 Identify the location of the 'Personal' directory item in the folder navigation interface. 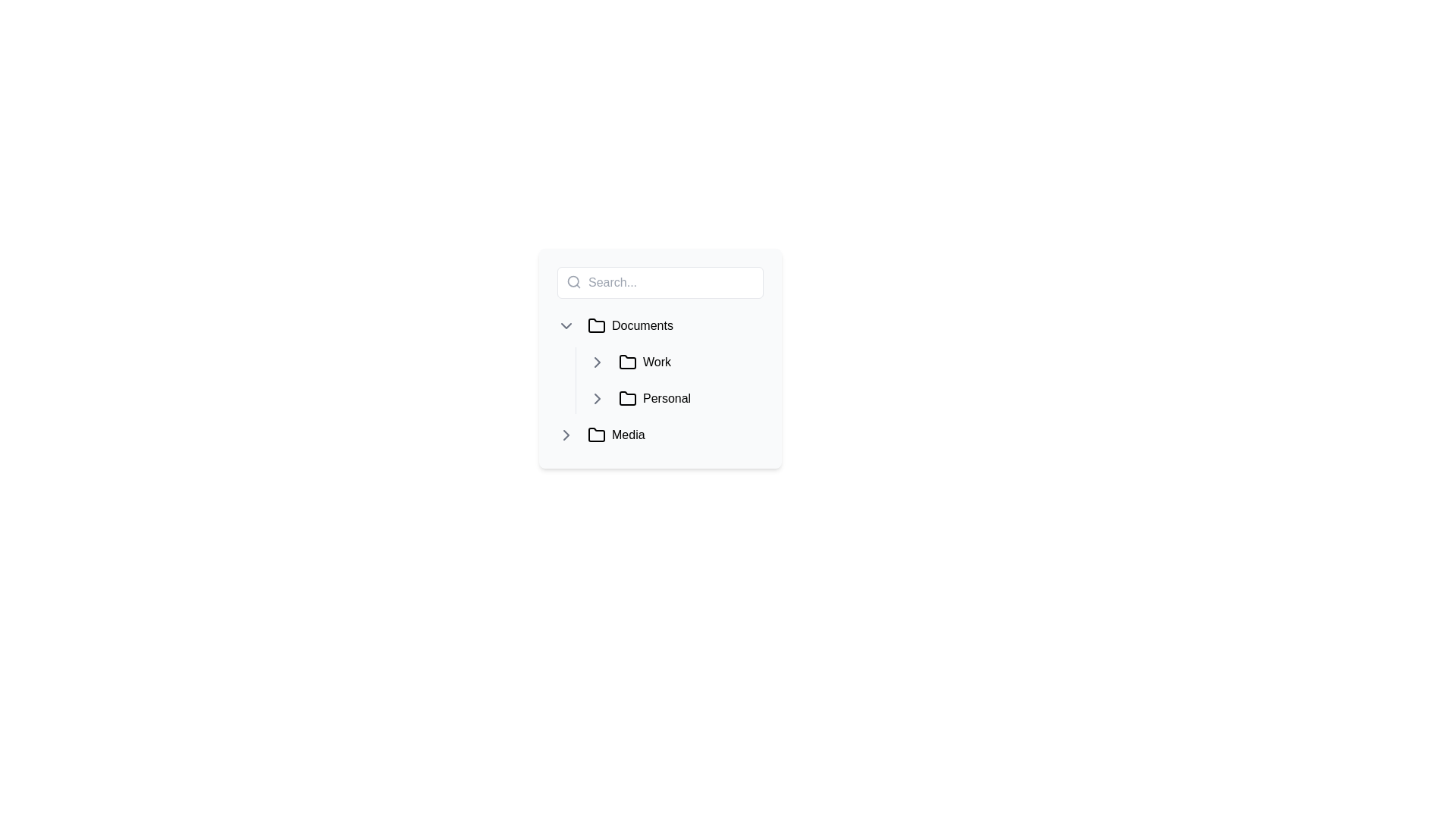
(675, 397).